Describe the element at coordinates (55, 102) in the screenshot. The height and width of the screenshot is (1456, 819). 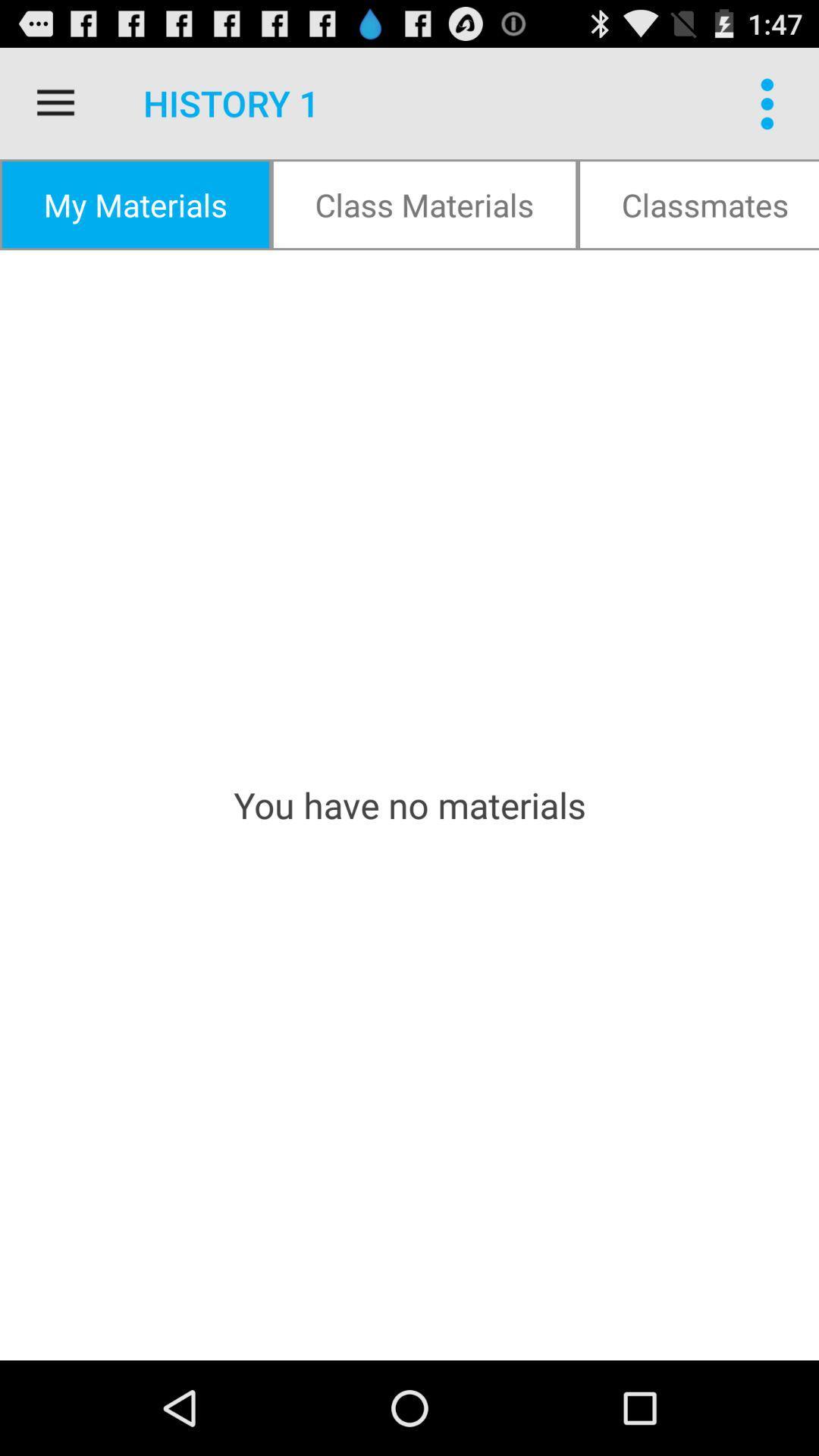
I see `item above my materials item` at that location.